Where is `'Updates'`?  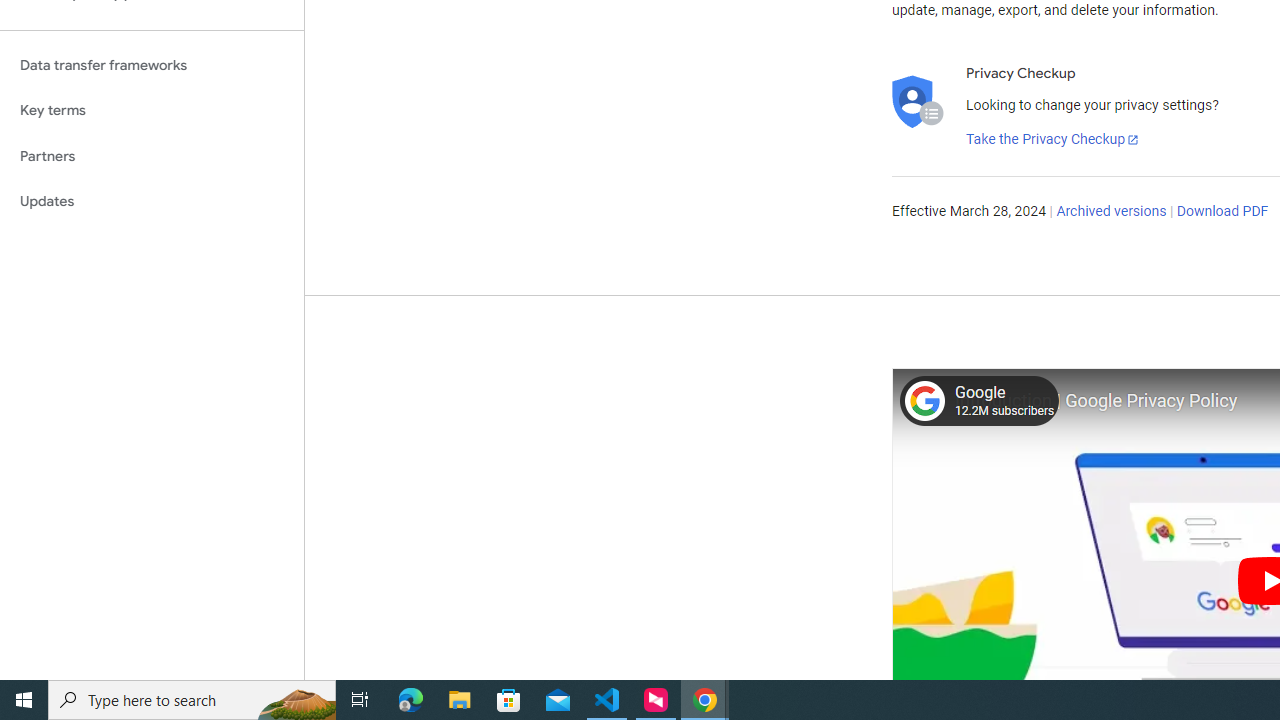
'Updates' is located at coordinates (151, 201).